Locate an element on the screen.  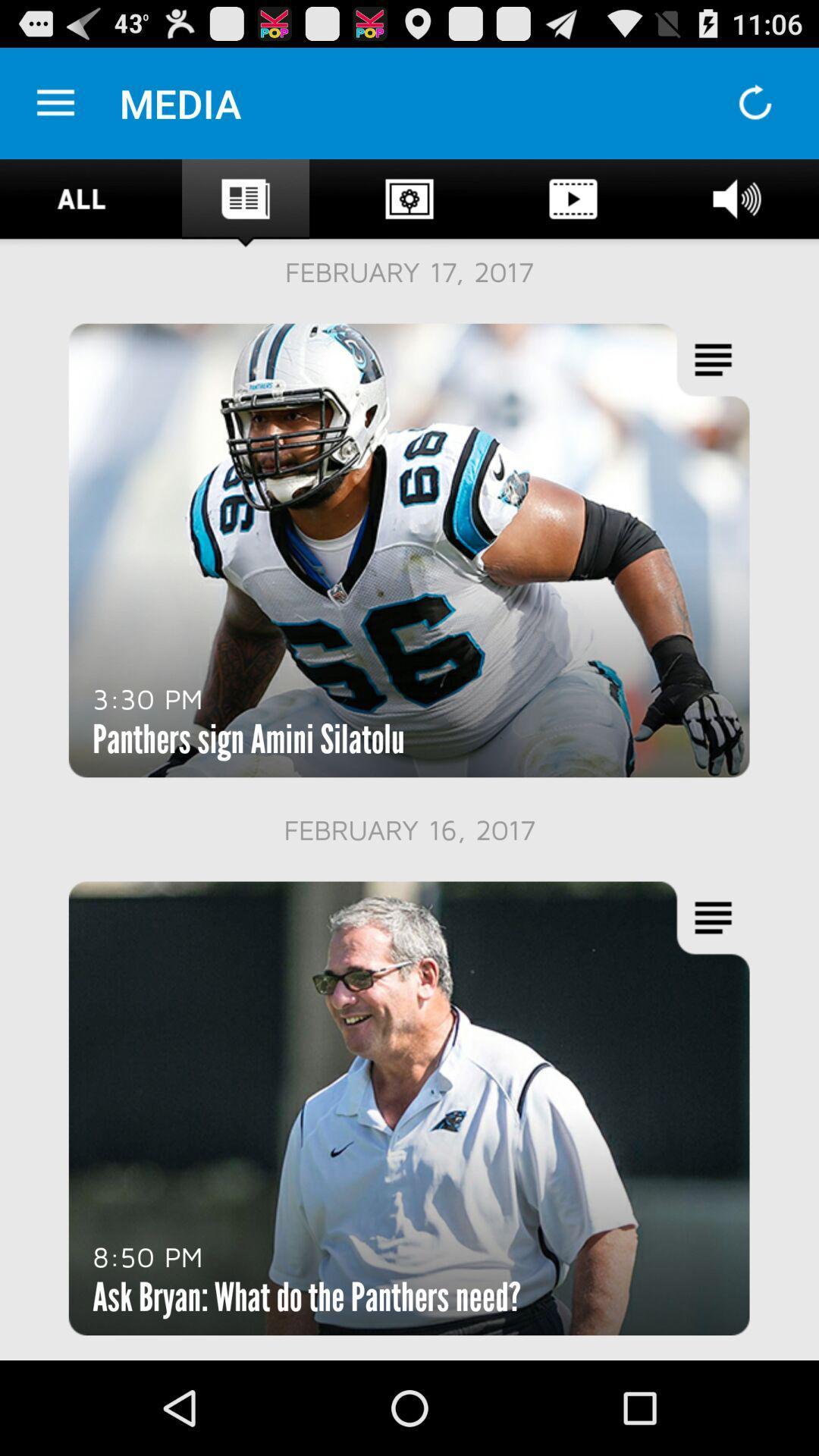
menu display is located at coordinates (55, 102).